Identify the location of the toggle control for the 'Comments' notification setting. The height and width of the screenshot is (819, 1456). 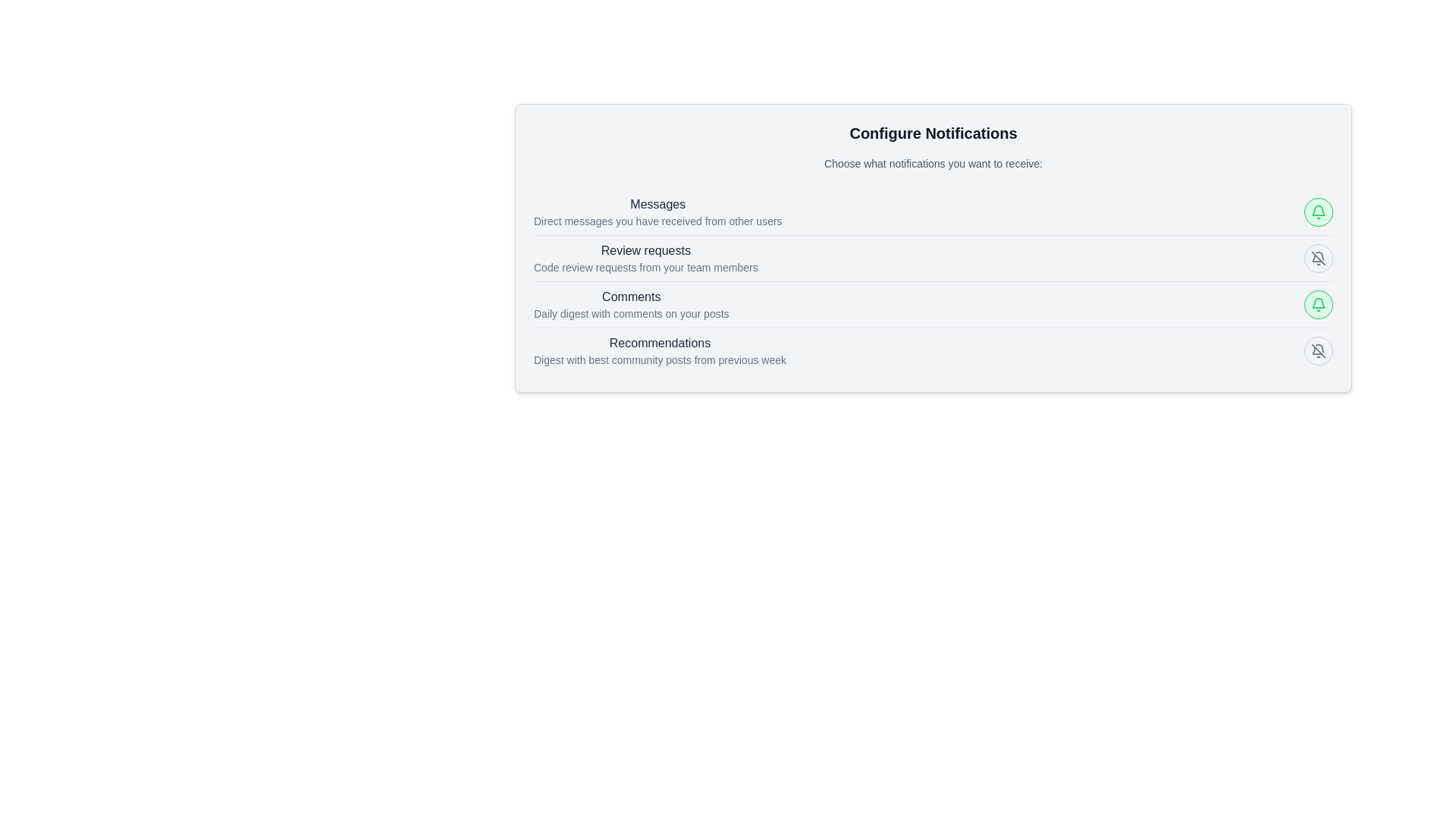
(932, 305).